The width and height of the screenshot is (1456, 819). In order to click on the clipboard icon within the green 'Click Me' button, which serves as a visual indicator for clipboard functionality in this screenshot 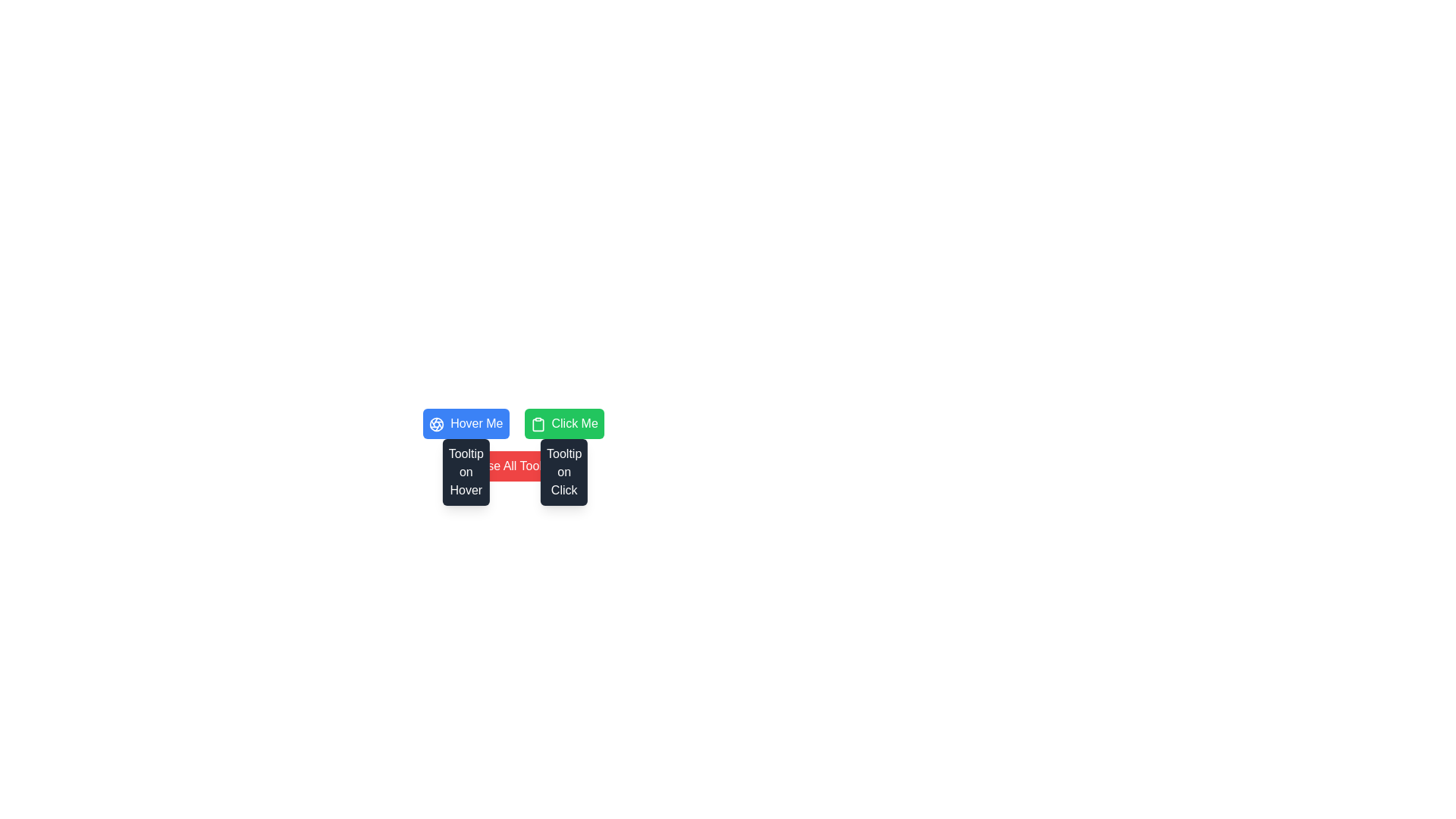, I will do `click(538, 424)`.